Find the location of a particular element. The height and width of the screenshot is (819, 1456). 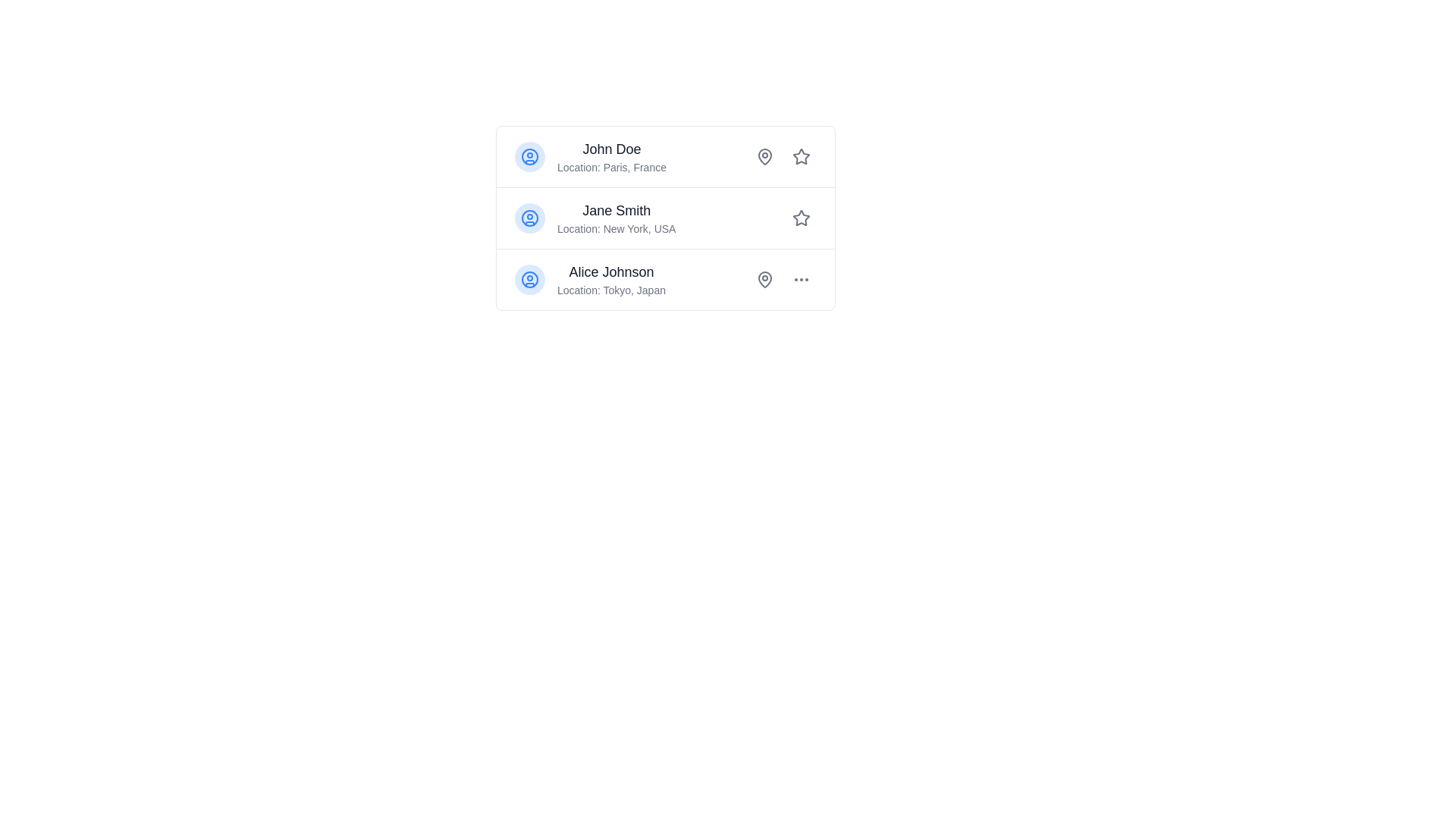

the circular user profile icon with a blue outline associated with 'Alice Johnson, Location: Tokyo, Japan' for profile-related interactions is located at coordinates (530, 280).